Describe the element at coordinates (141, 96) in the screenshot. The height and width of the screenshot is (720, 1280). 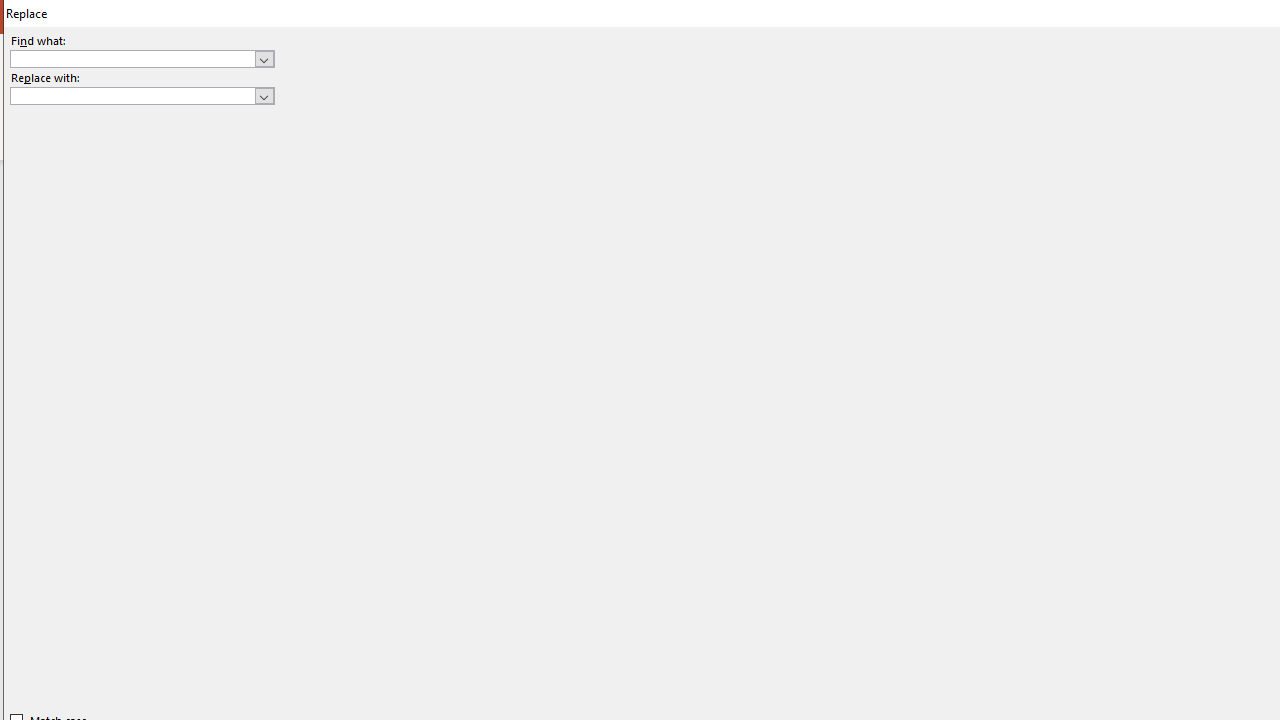
I see `'Replace with'` at that location.